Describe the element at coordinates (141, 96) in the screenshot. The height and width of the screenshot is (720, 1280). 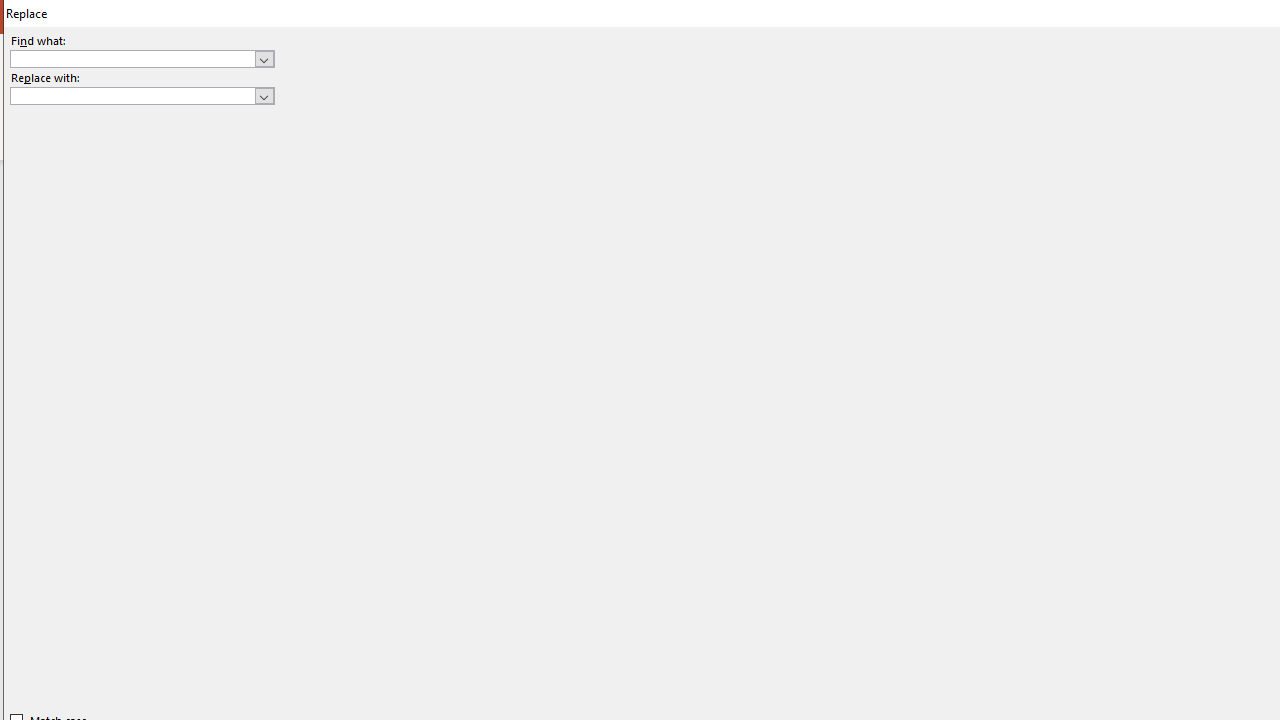
I see `'Replace with'` at that location.